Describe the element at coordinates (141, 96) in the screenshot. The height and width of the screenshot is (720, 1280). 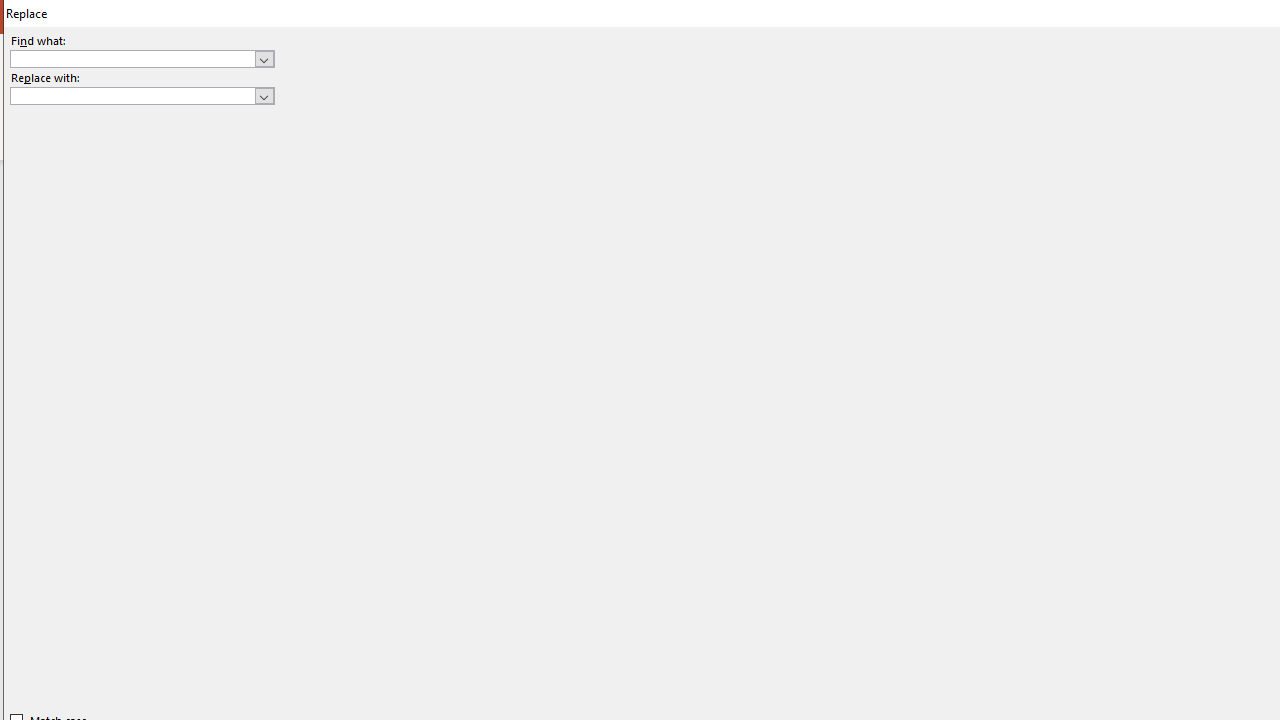
I see `'Replace with'` at that location.